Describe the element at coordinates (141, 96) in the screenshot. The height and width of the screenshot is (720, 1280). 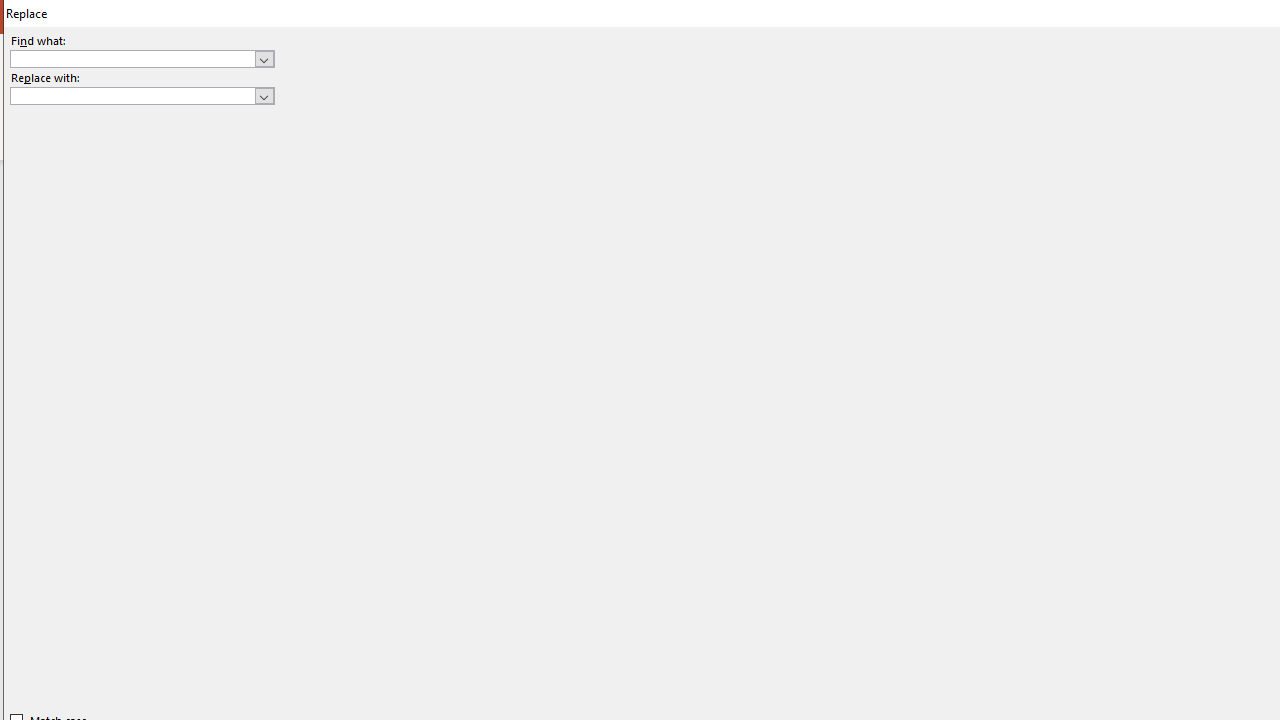
I see `'Replace with'` at that location.